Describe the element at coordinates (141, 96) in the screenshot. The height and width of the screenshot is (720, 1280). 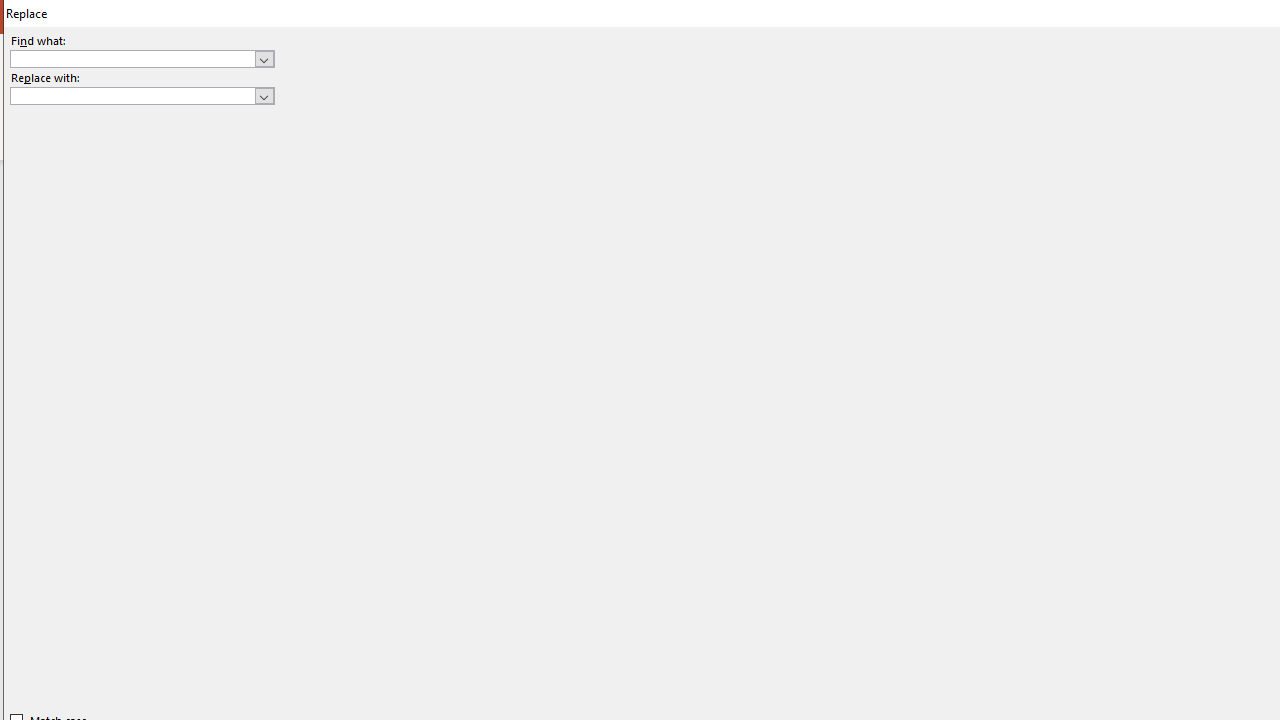
I see `'Replace with'` at that location.